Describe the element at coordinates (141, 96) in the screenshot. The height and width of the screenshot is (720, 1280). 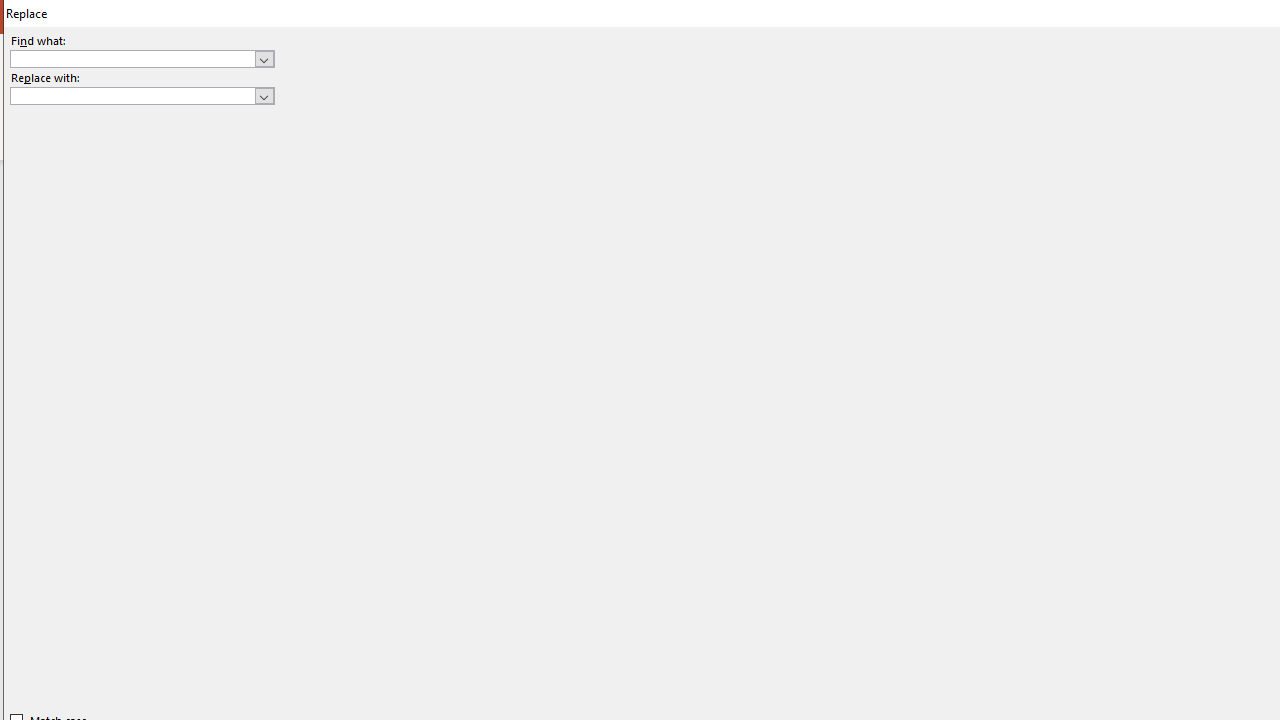
I see `'Replace with'` at that location.